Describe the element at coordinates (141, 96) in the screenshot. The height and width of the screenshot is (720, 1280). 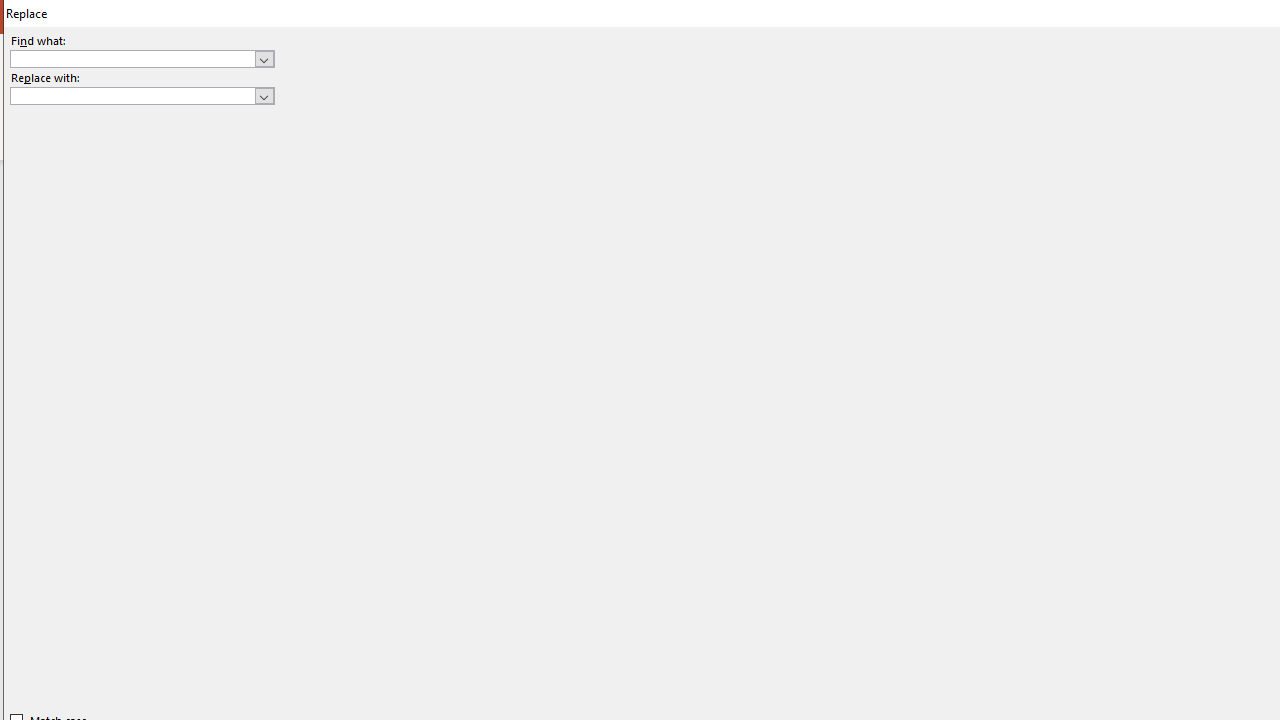
I see `'Replace with'` at that location.